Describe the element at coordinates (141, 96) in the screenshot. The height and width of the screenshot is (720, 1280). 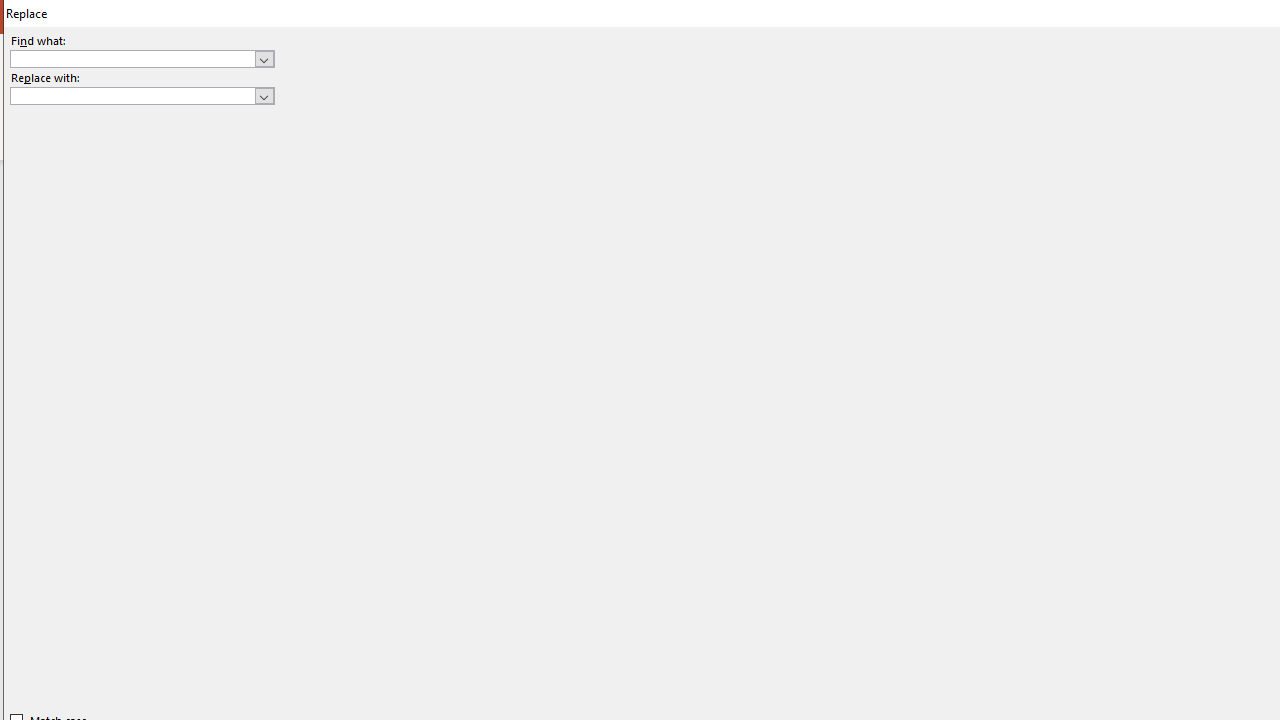
I see `'Replace with'` at that location.